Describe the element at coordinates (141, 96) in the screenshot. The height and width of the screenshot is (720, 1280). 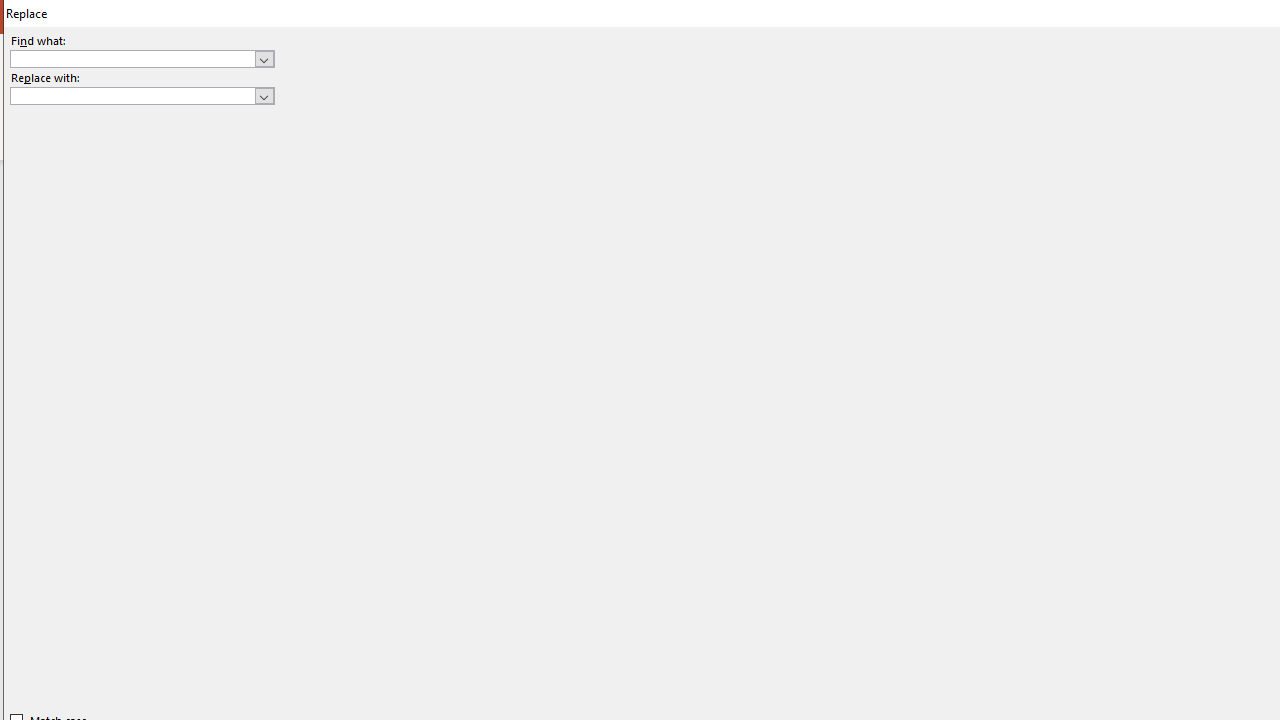
I see `'Replace with'` at that location.